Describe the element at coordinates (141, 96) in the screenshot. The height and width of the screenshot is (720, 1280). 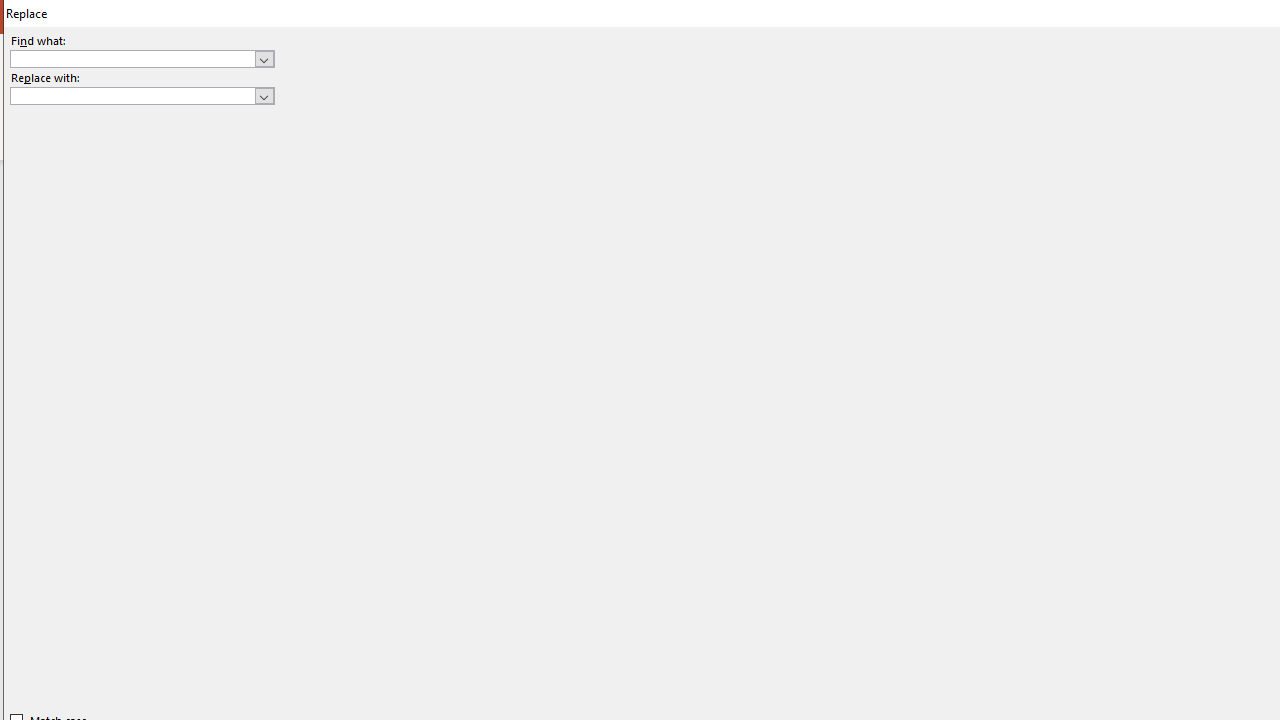
I see `'Replace with'` at that location.